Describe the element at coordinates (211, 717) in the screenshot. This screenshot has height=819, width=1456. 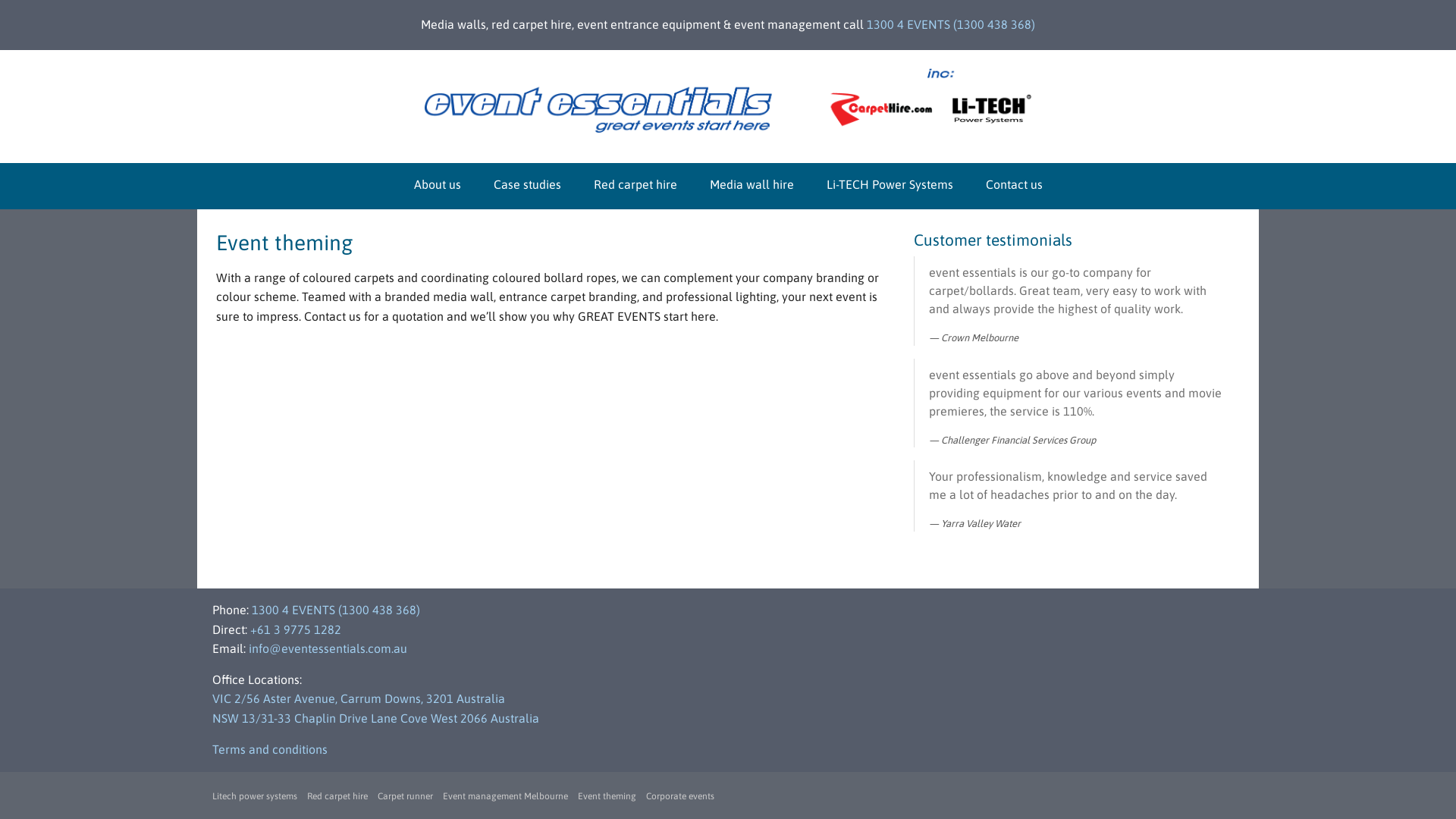
I see `'NSW 13/31-33 Chaplin Drive Lane Cove West 2066 Australia'` at that location.